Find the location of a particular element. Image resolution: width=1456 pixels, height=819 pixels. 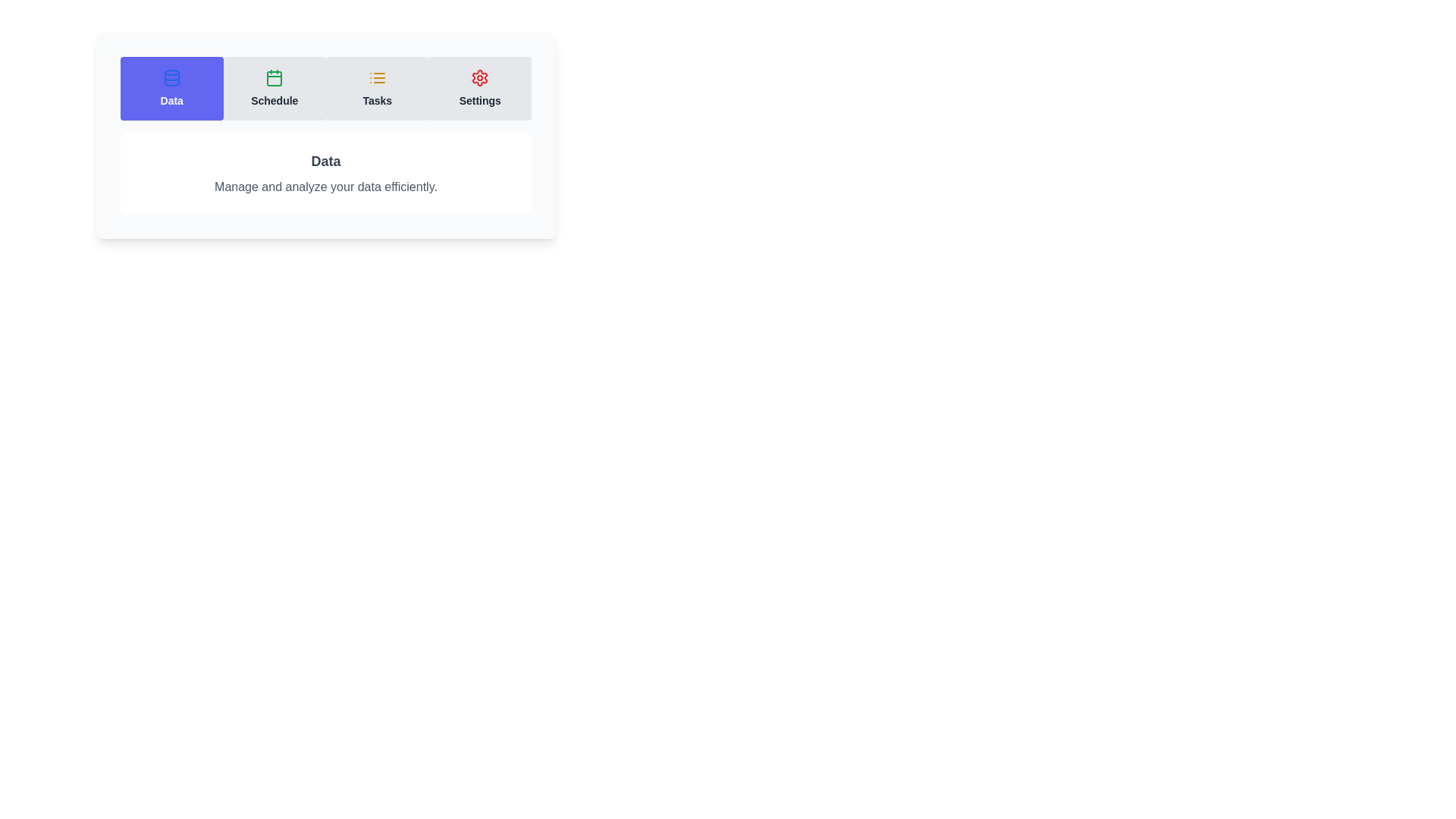

the tab labeled Data to view its content is located at coordinates (171, 88).